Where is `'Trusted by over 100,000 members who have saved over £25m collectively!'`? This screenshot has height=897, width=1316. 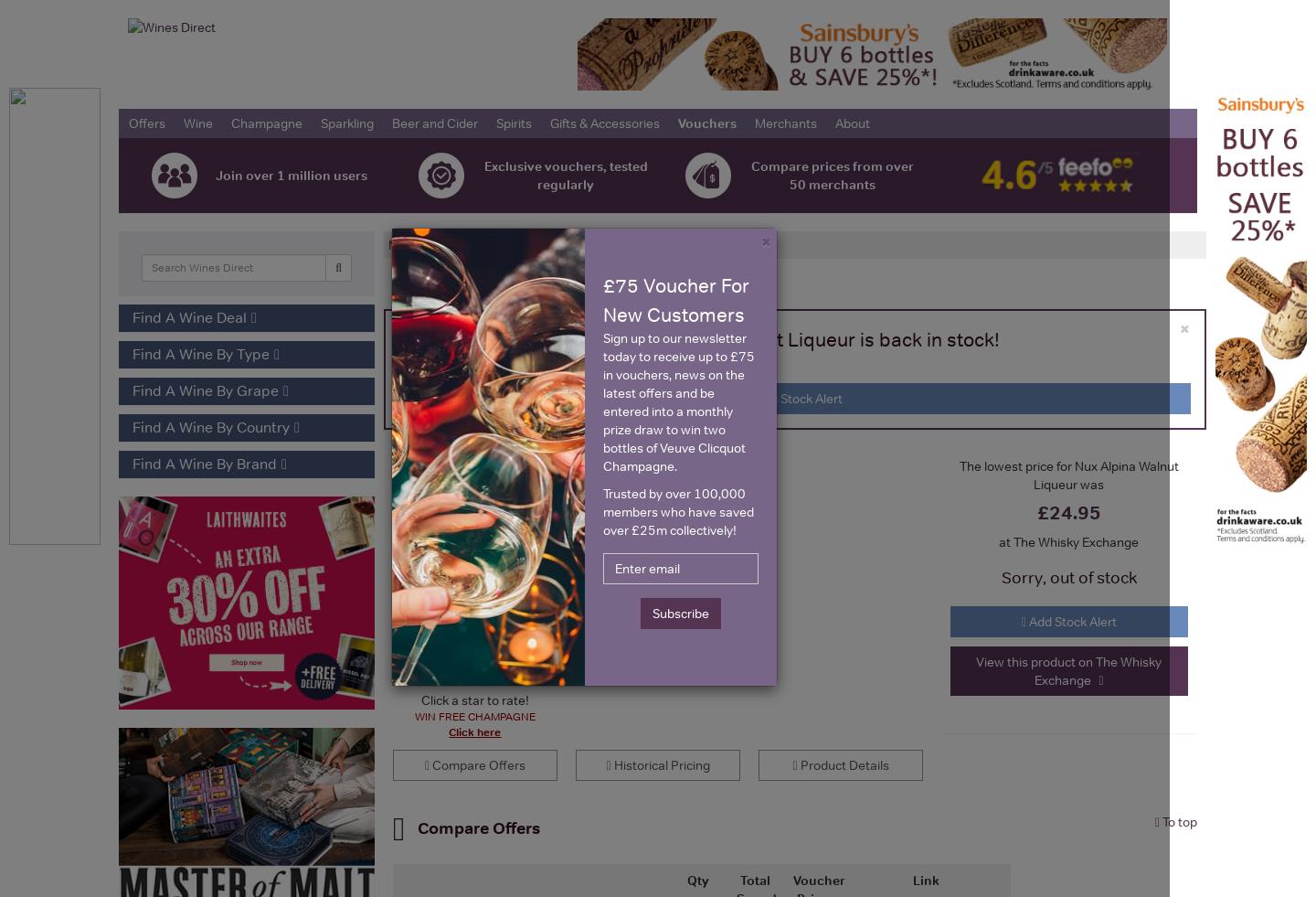 'Trusted by over 100,000 members who have saved over £25m collectively!' is located at coordinates (676, 511).